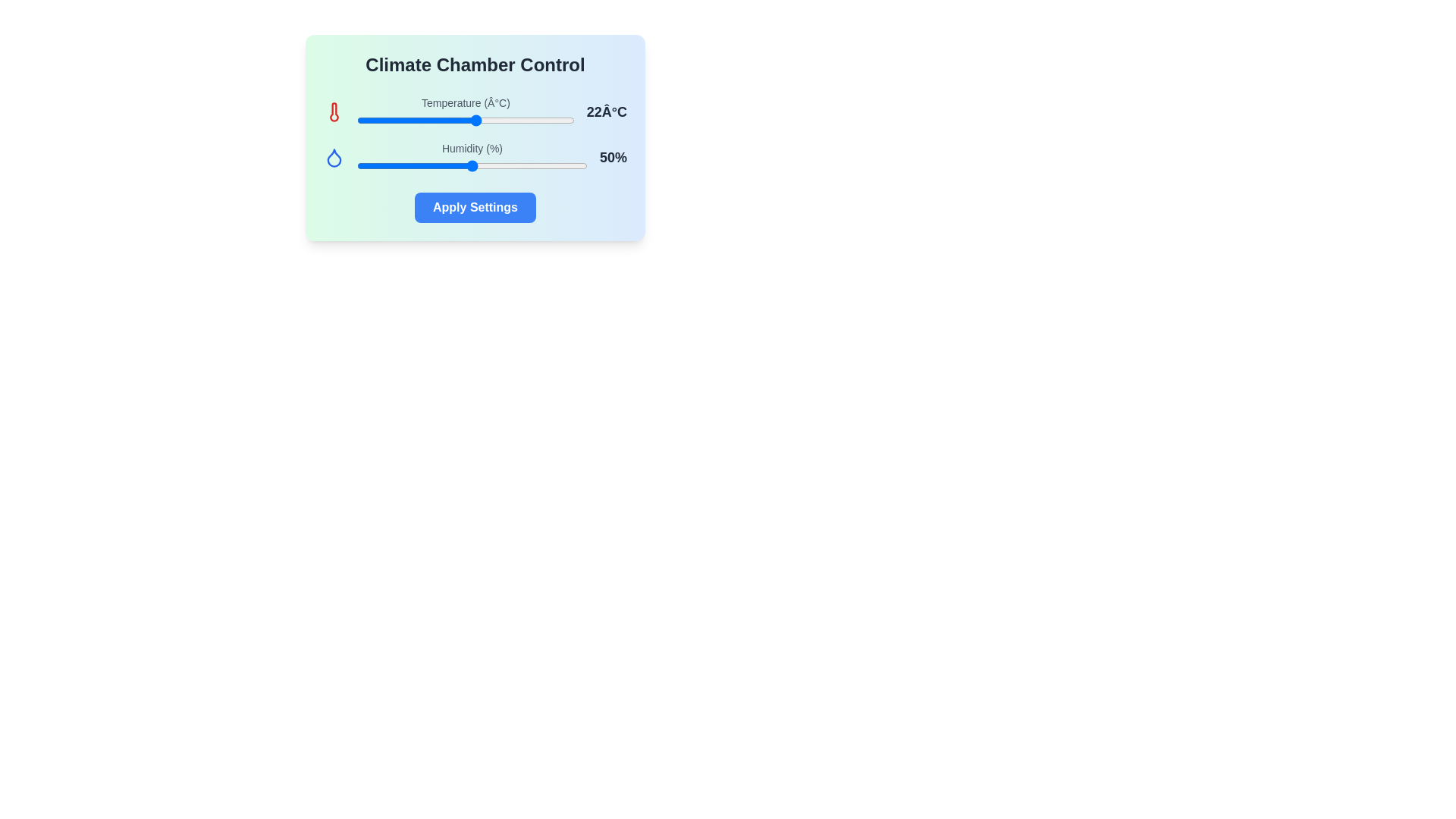  Describe the element at coordinates (416, 119) in the screenshot. I see `the temperature slider to 11 degrees Celsius` at that location.